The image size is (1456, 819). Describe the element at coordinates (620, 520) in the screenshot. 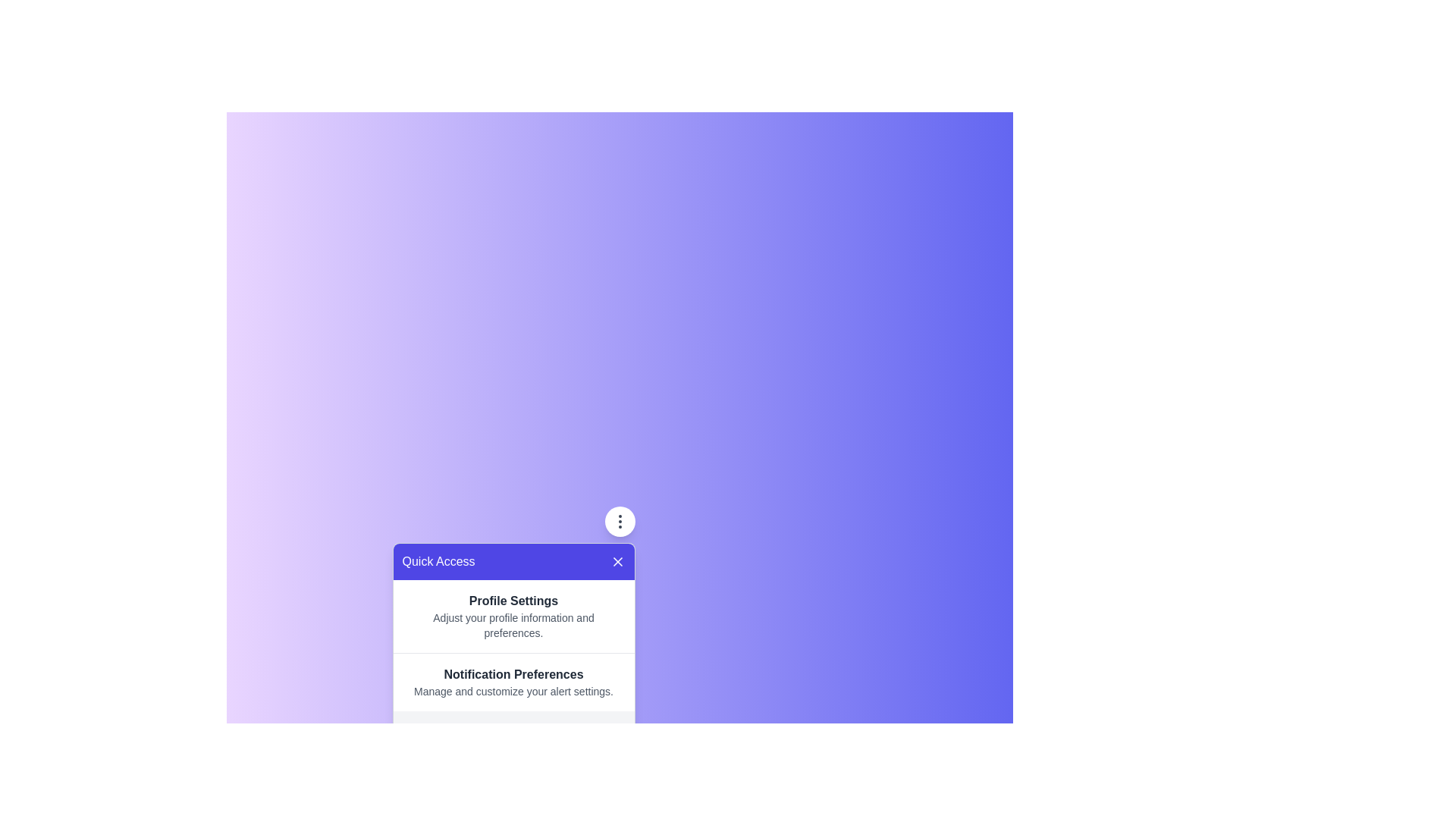

I see `the Icon button in the top-right corner of the 'Quick Access' panel` at that location.